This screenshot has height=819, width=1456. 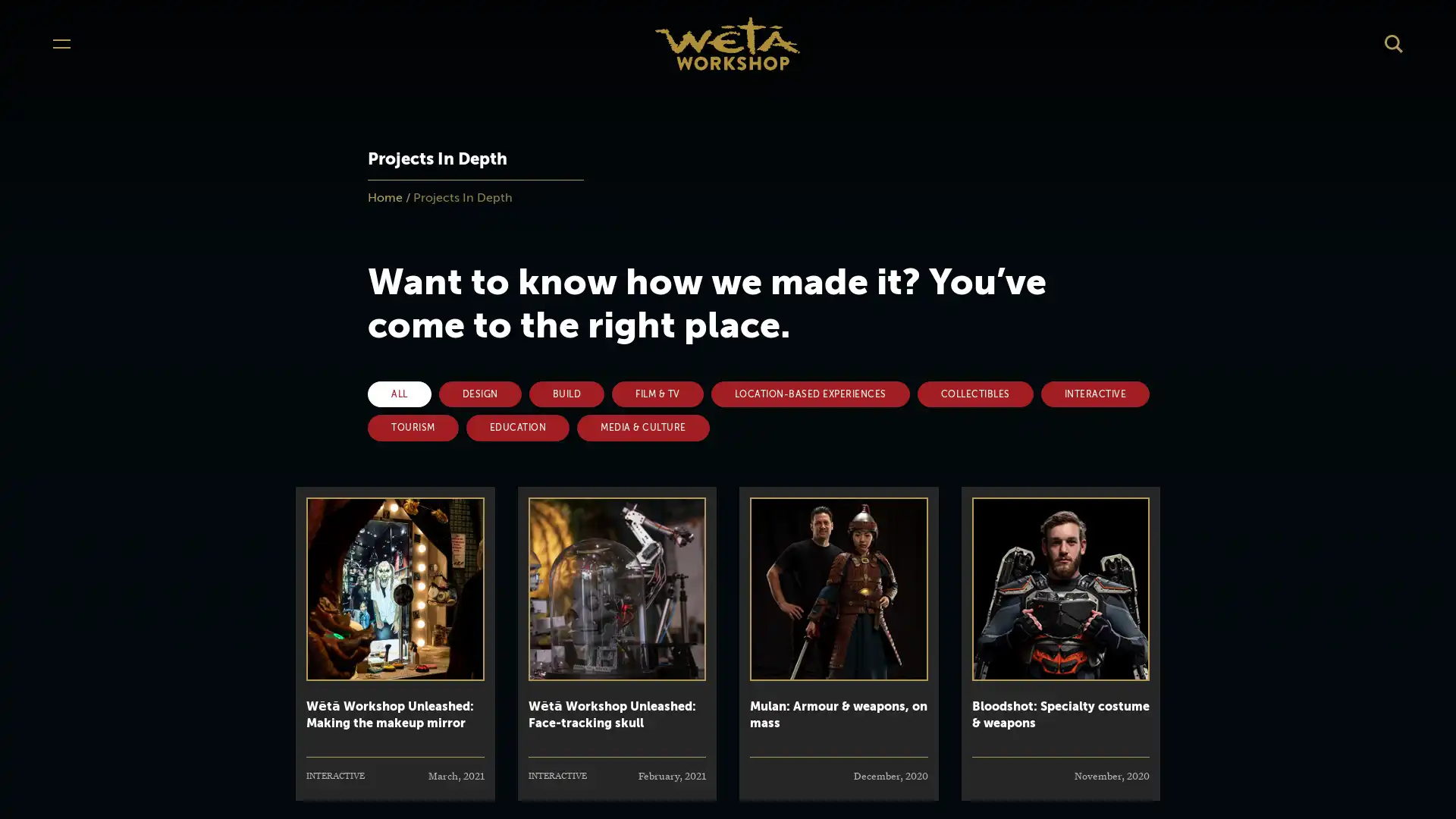 What do you see at coordinates (61, 42) in the screenshot?
I see `Toggle navigation` at bounding box center [61, 42].